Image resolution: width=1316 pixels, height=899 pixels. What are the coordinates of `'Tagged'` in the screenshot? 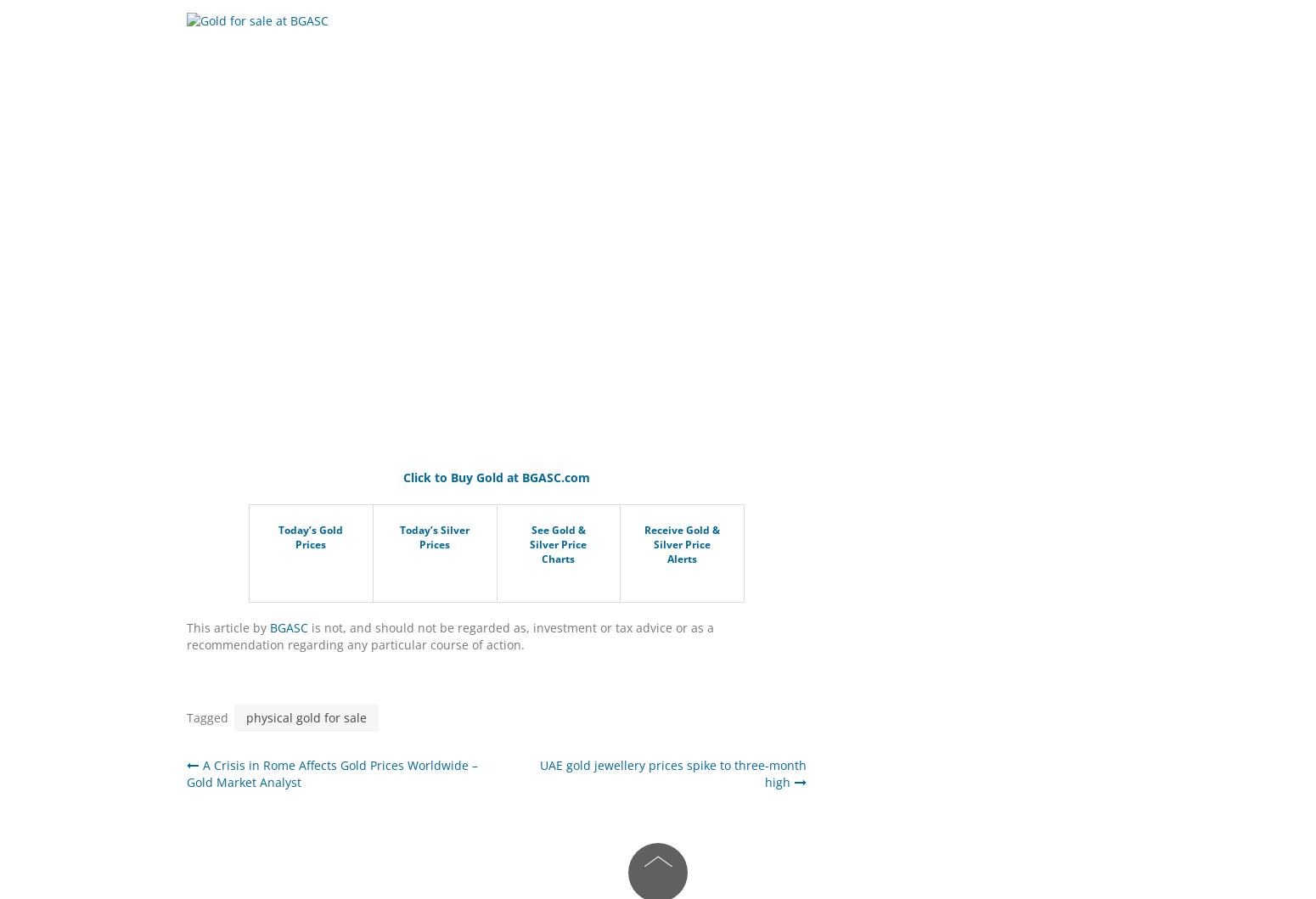 It's located at (185, 716).